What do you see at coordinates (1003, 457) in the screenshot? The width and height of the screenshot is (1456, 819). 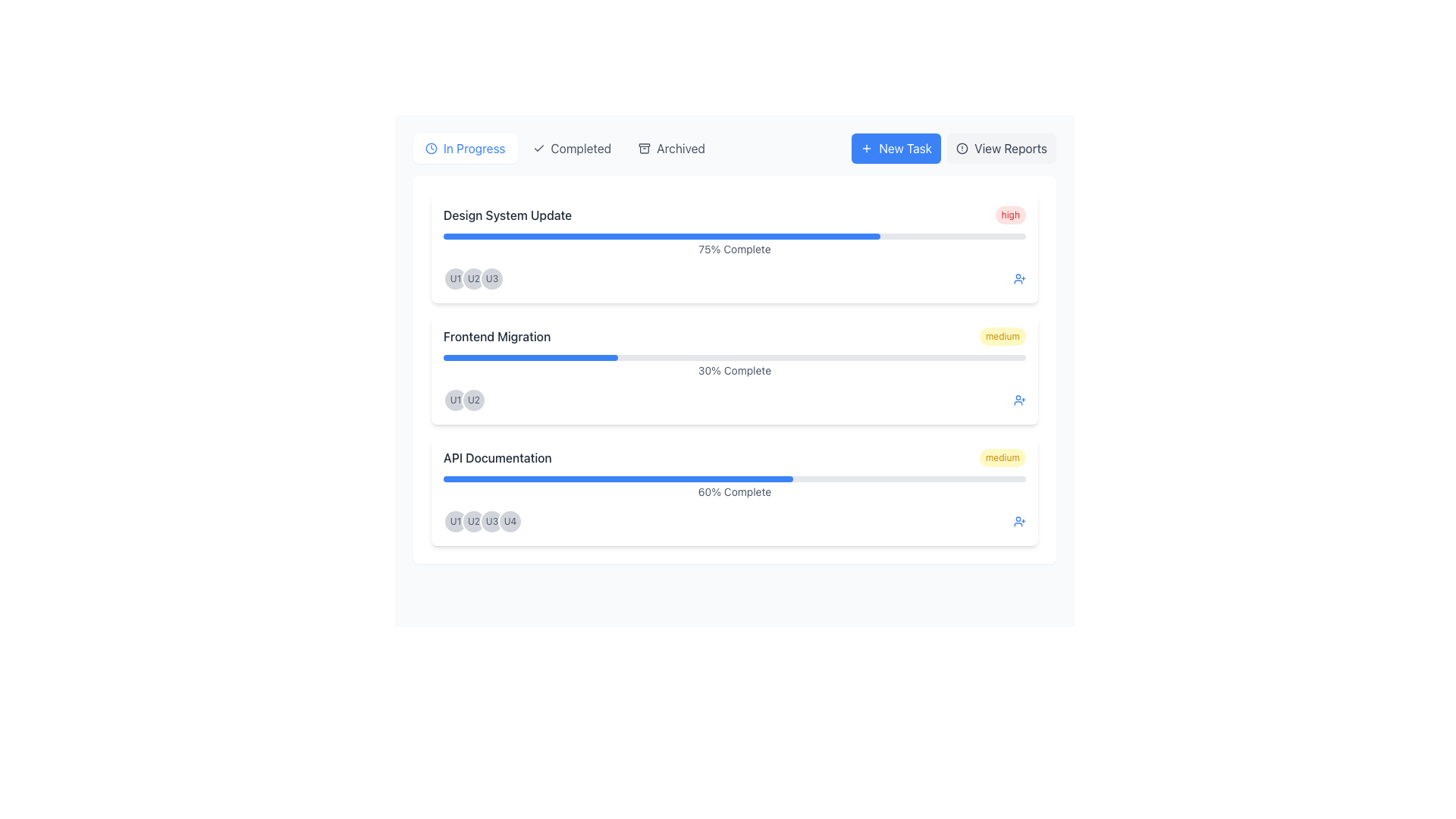 I see `the priority or status label located on the right side of the text within the 'API Documentation' section` at bounding box center [1003, 457].